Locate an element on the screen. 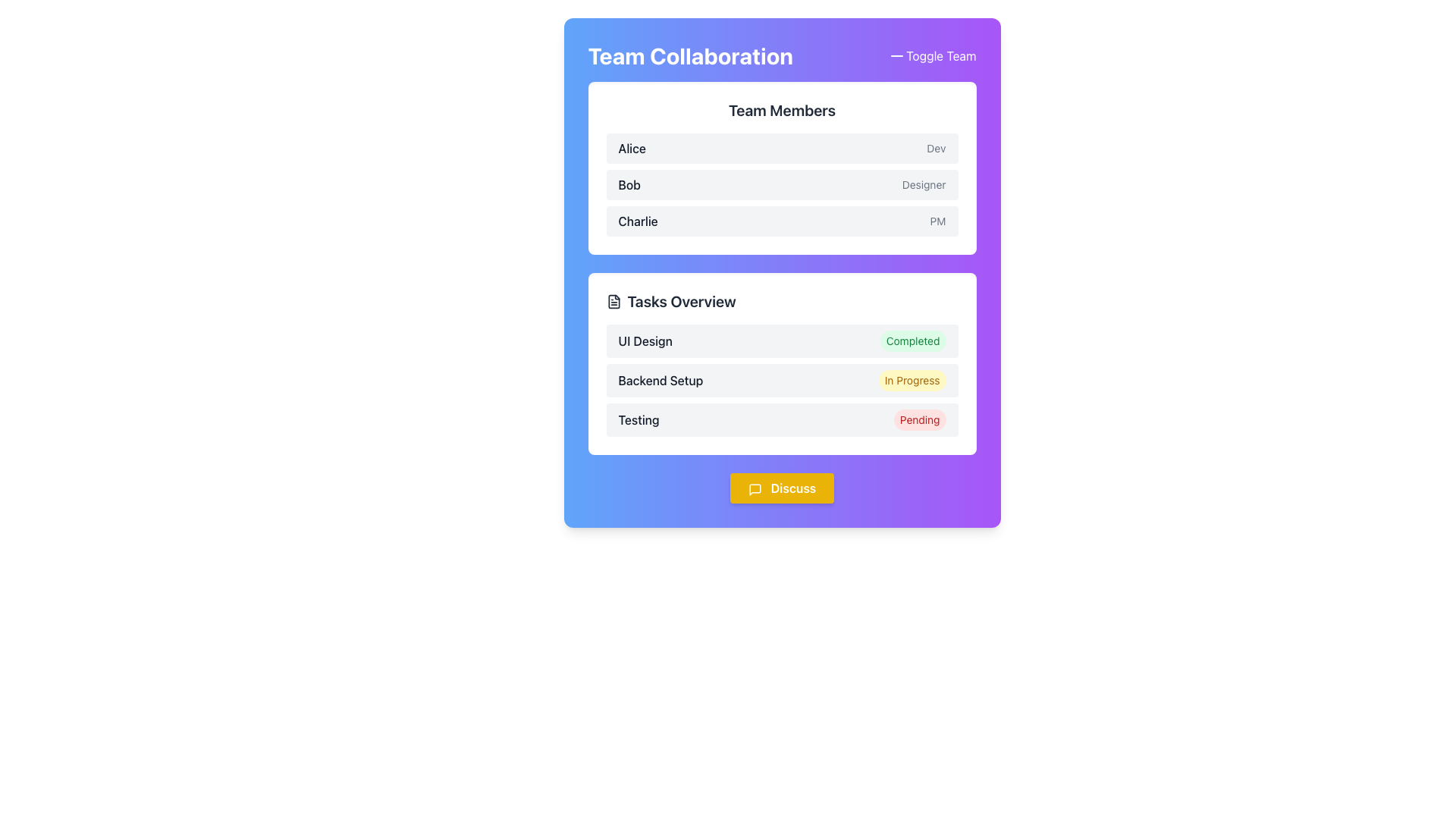 Image resolution: width=1456 pixels, height=819 pixels. the A status indicator row that signifies the completion status of the task labeled 'UI Design', which is the first item in the 'Tasks Overview' section is located at coordinates (782, 341).